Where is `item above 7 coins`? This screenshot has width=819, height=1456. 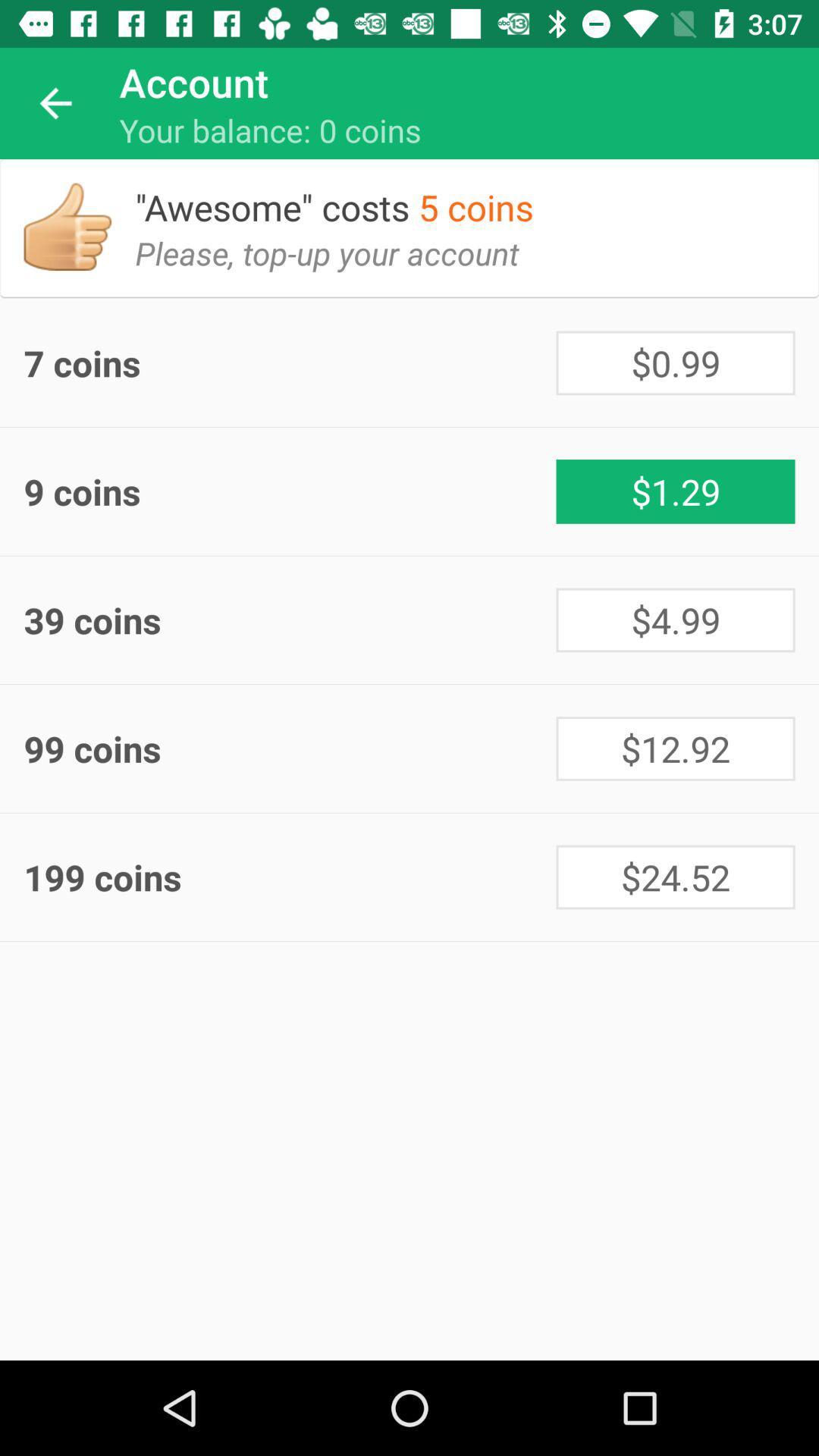
item above 7 coins is located at coordinates (67, 226).